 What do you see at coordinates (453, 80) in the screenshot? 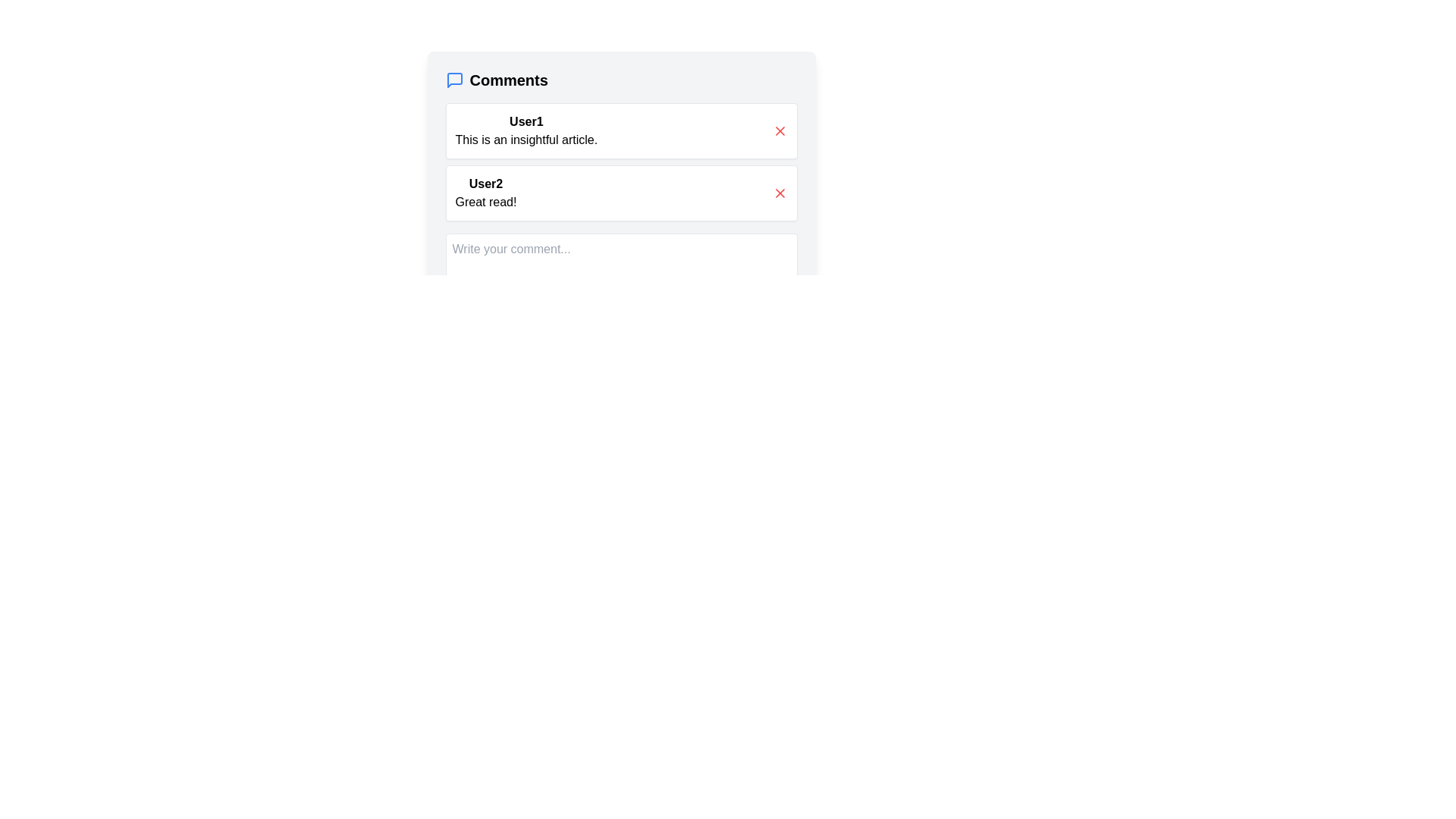
I see `the speech bubble icon located in the top-left corner of the comment section header, which is styled in blue and symbolizes comments or messages` at bounding box center [453, 80].